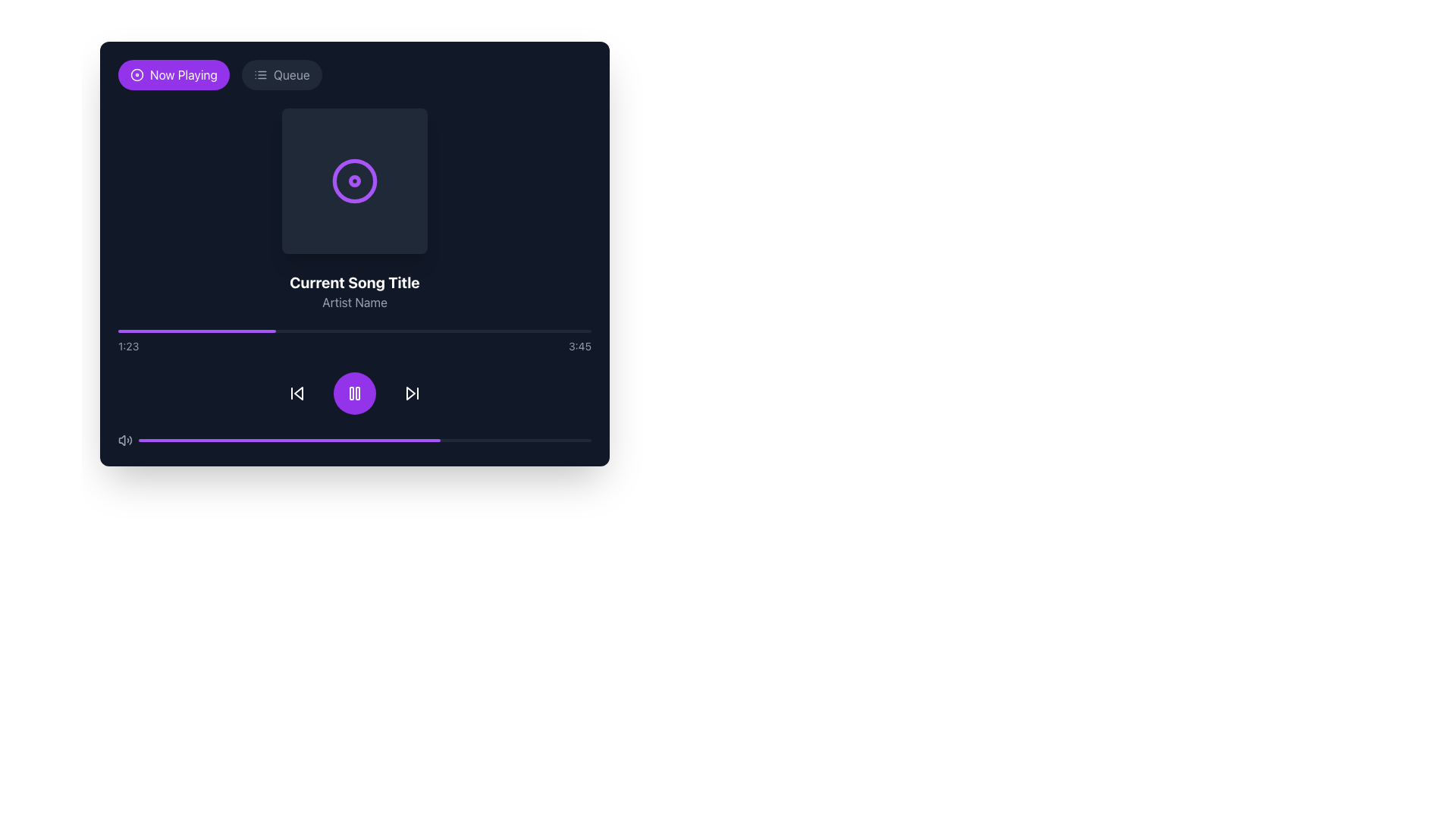 The image size is (1456, 819). What do you see at coordinates (353, 292) in the screenshot?
I see `the text display that shows the current song's title and artist name, located centrally below the graphical disc element and above the progress bar` at bounding box center [353, 292].